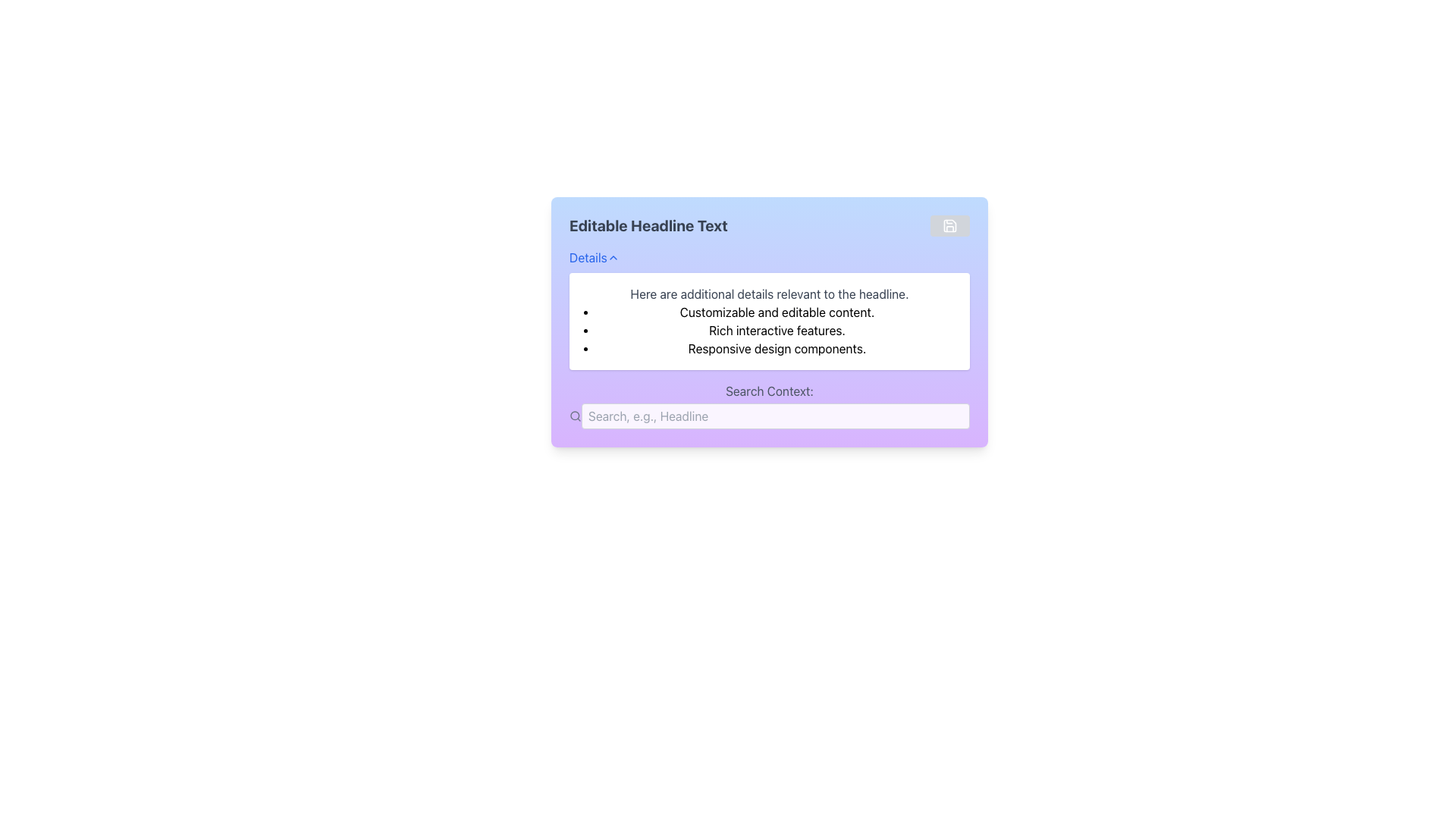  What do you see at coordinates (949, 225) in the screenshot?
I see `the save icon located in the top-right corner of the card` at bounding box center [949, 225].